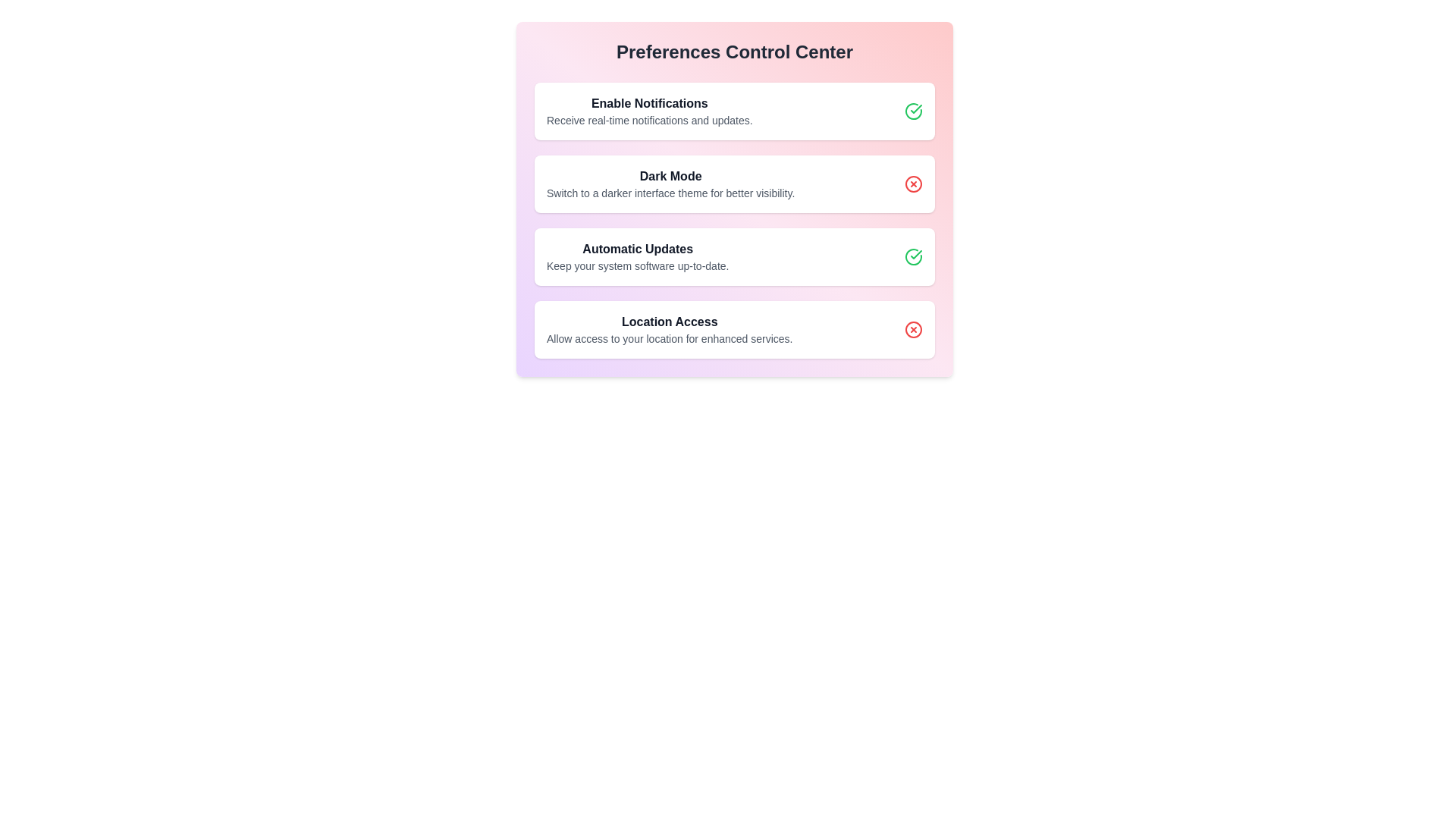 Image resolution: width=1456 pixels, height=819 pixels. Describe the element at coordinates (735, 220) in the screenshot. I see `an individual option in the List of settings options located under the 'Preferences Control Center' to modify settings` at that location.